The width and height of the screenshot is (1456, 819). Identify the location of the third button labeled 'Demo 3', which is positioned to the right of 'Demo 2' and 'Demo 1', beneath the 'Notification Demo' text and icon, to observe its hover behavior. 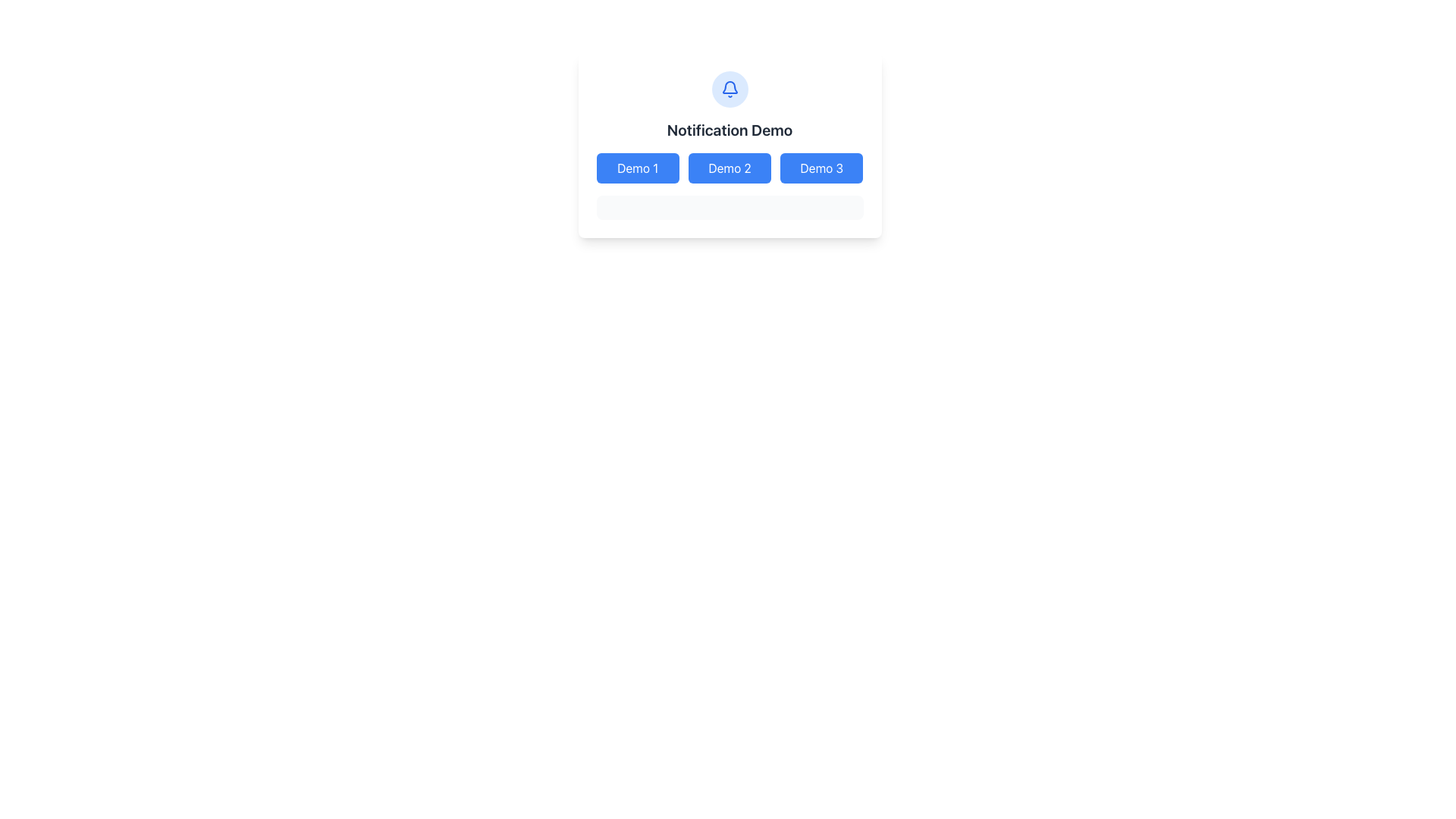
(821, 168).